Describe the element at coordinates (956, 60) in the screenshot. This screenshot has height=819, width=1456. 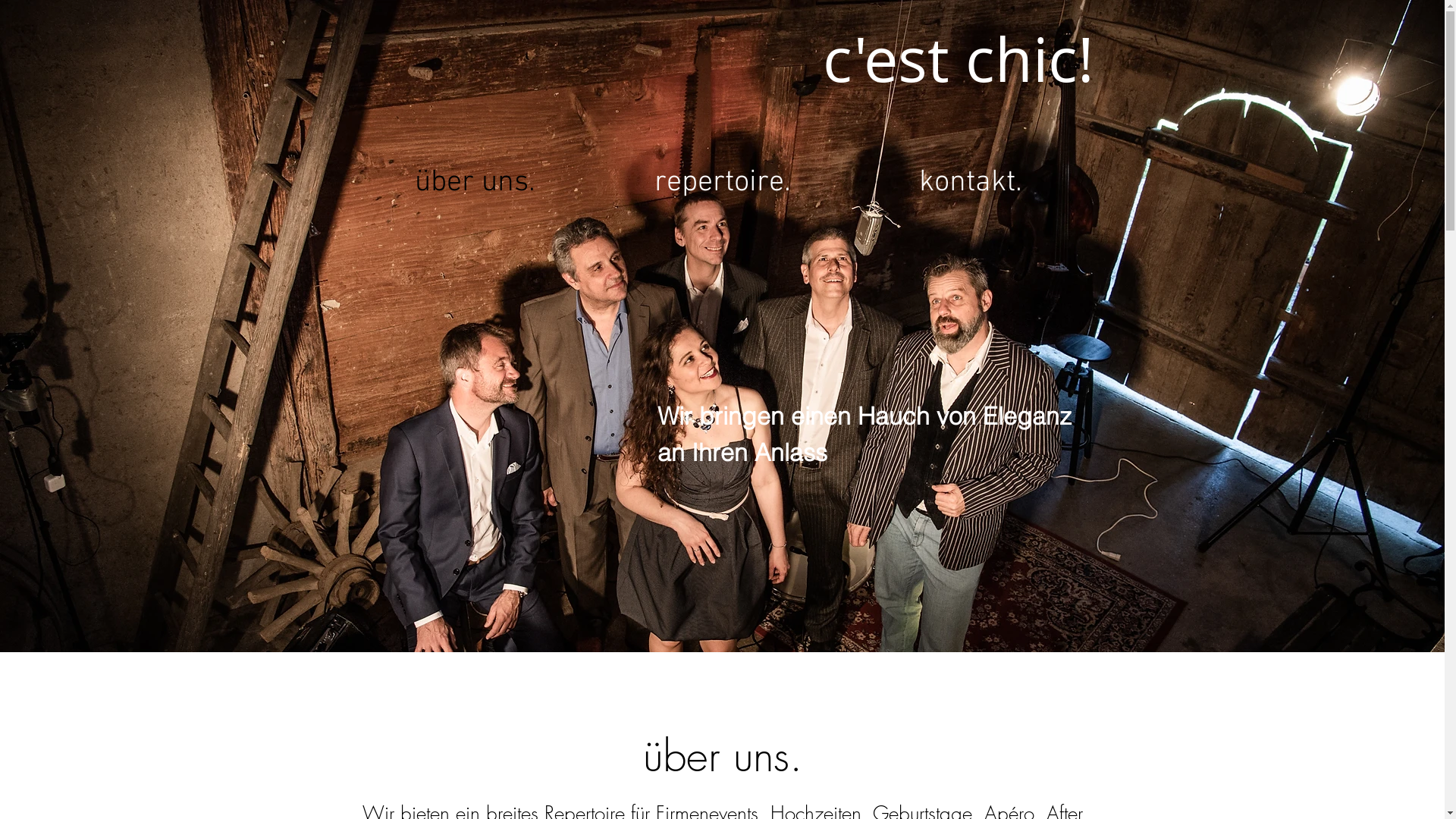
I see `'c'est chic!'` at that location.